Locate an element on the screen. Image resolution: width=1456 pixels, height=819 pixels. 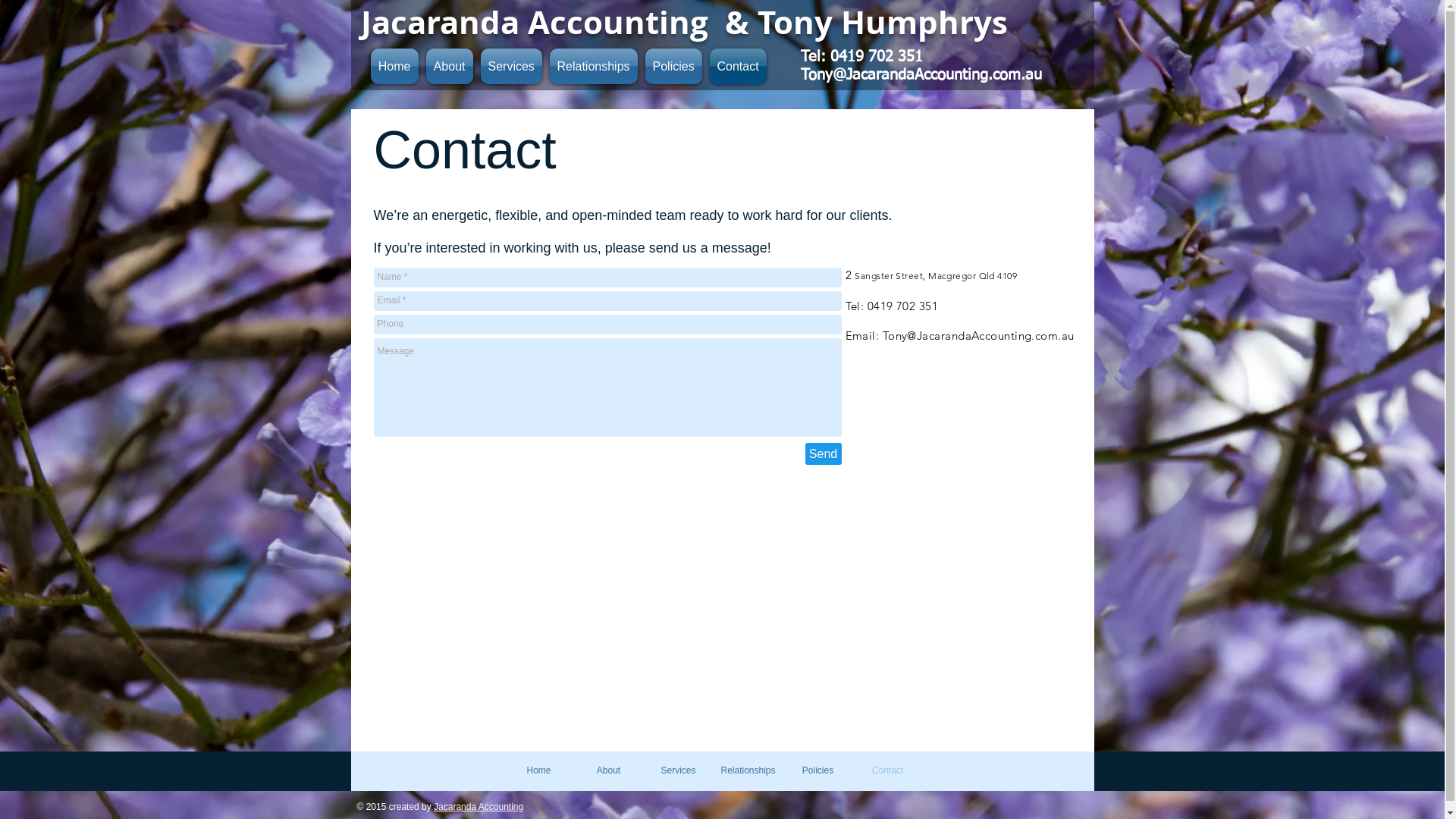
'Policies' is located at coordinates (641, 65).